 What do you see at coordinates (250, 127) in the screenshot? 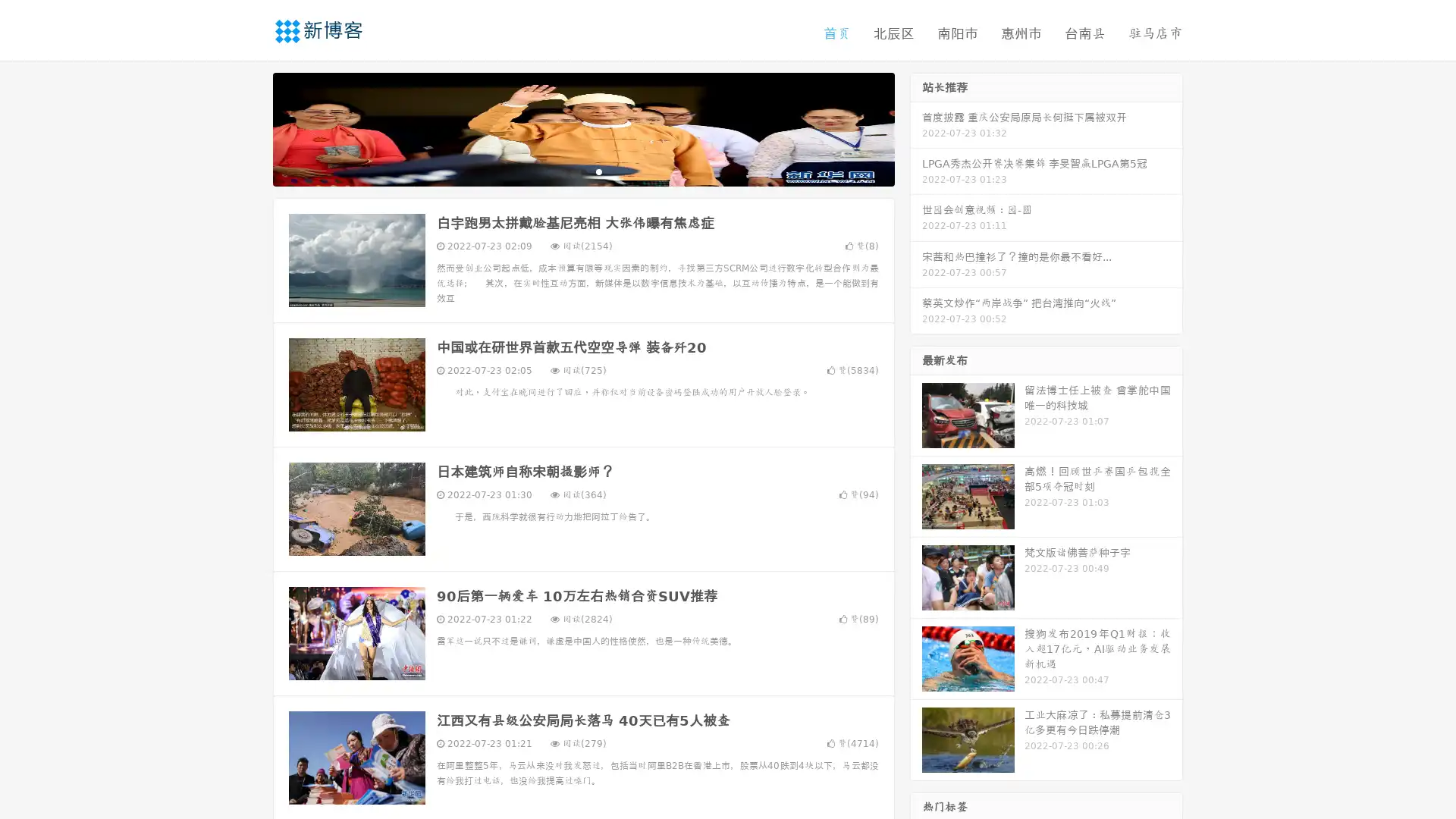
I see `Previous slide` at bounding box center [250, 127].